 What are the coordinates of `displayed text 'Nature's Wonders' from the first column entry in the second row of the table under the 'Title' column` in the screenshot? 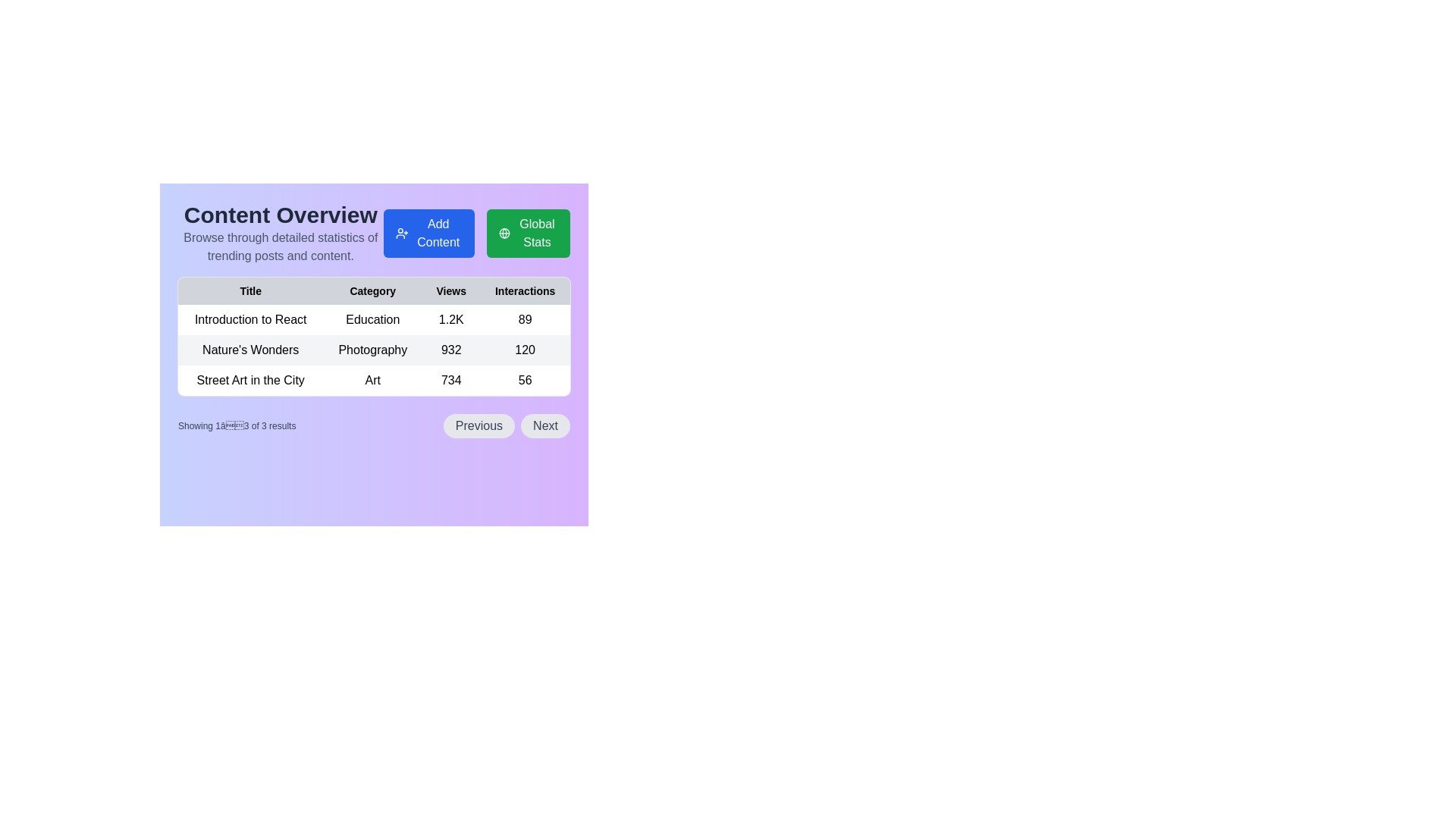 It's located at (250, 350).